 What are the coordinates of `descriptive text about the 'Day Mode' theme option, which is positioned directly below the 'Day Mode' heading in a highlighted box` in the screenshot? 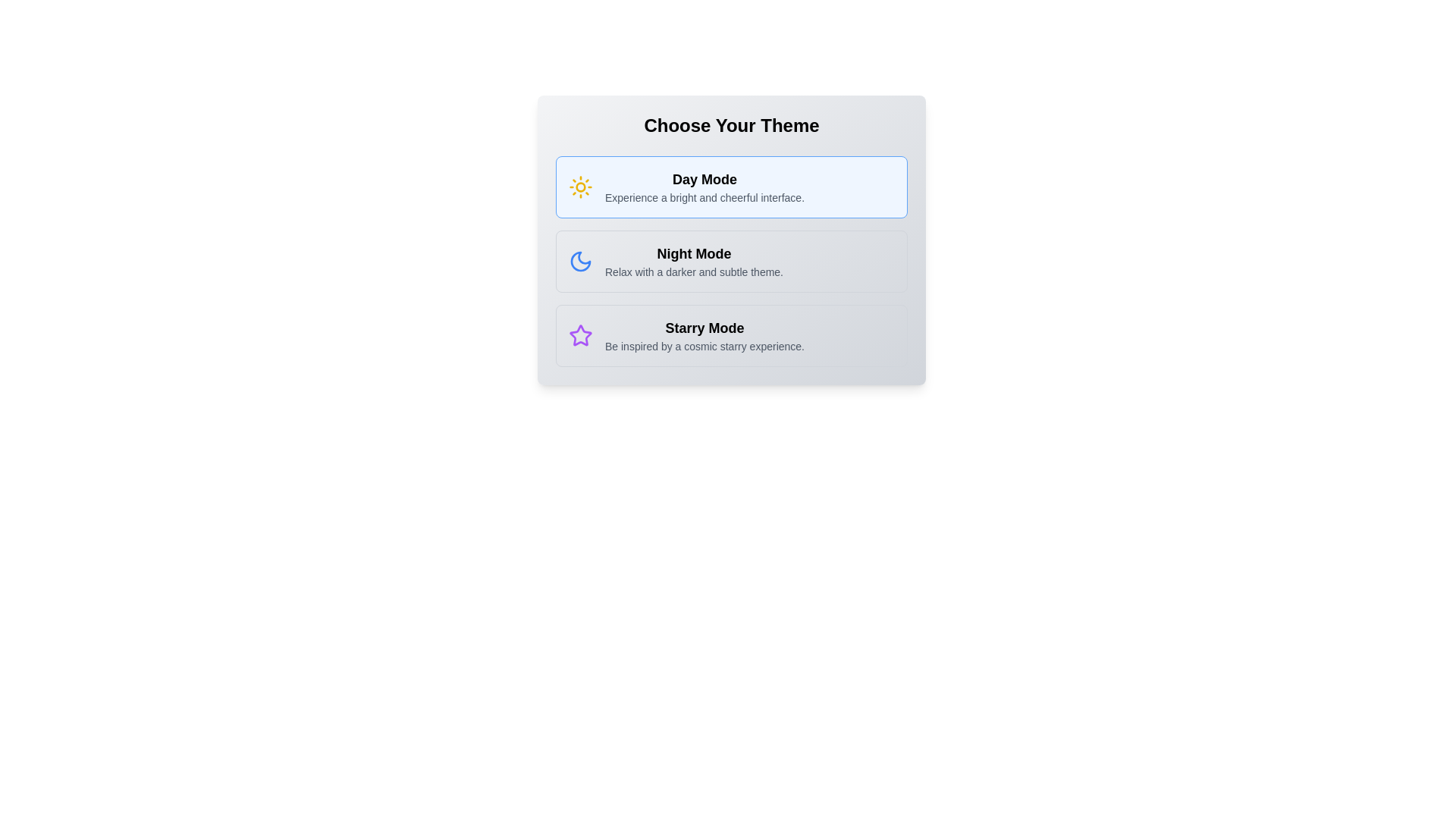 It's located at (704, 197).